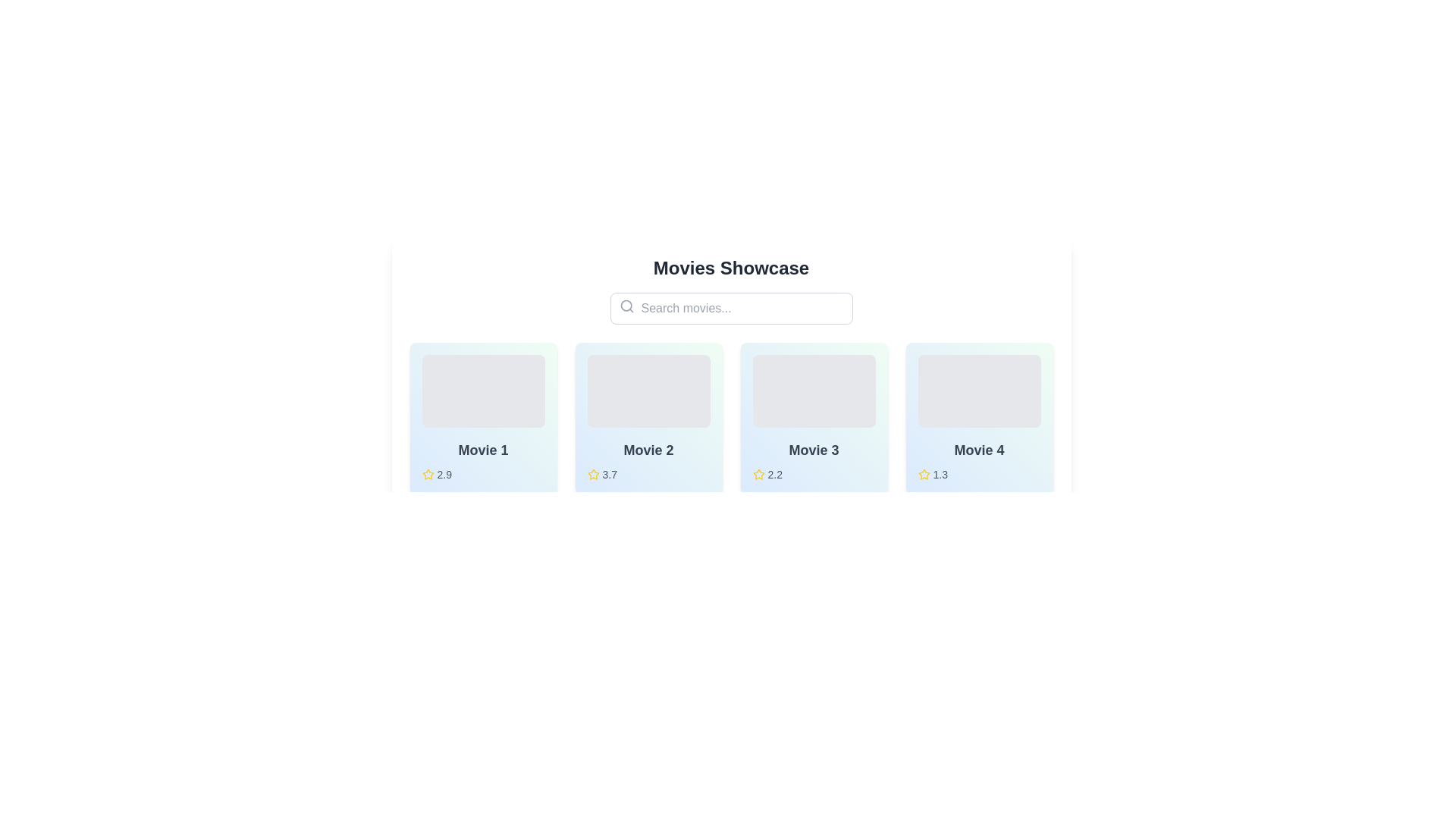 The width and height of the screenshot is (1456, 819). Describe the element at coordinates (648, 418) in the screenshot. I see `the Informational Card displaying 'Movie 2' with a rating of '3.7', which is the second card in the horizontal grid of movie cards` at that location.